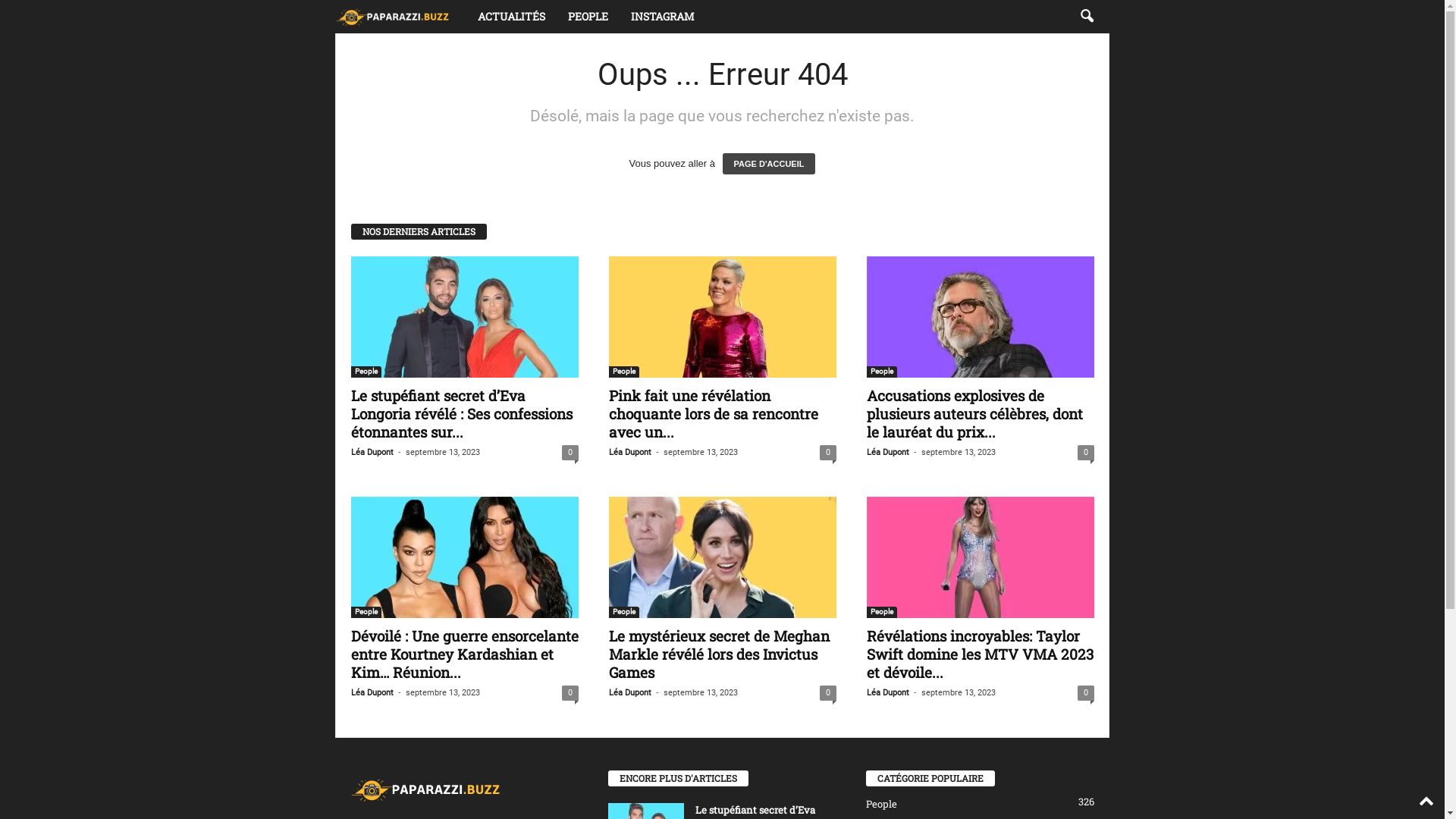 The height and width of the screenshot is (819, 1456). I want to click on 'Paparazzi', so click(400, 17).